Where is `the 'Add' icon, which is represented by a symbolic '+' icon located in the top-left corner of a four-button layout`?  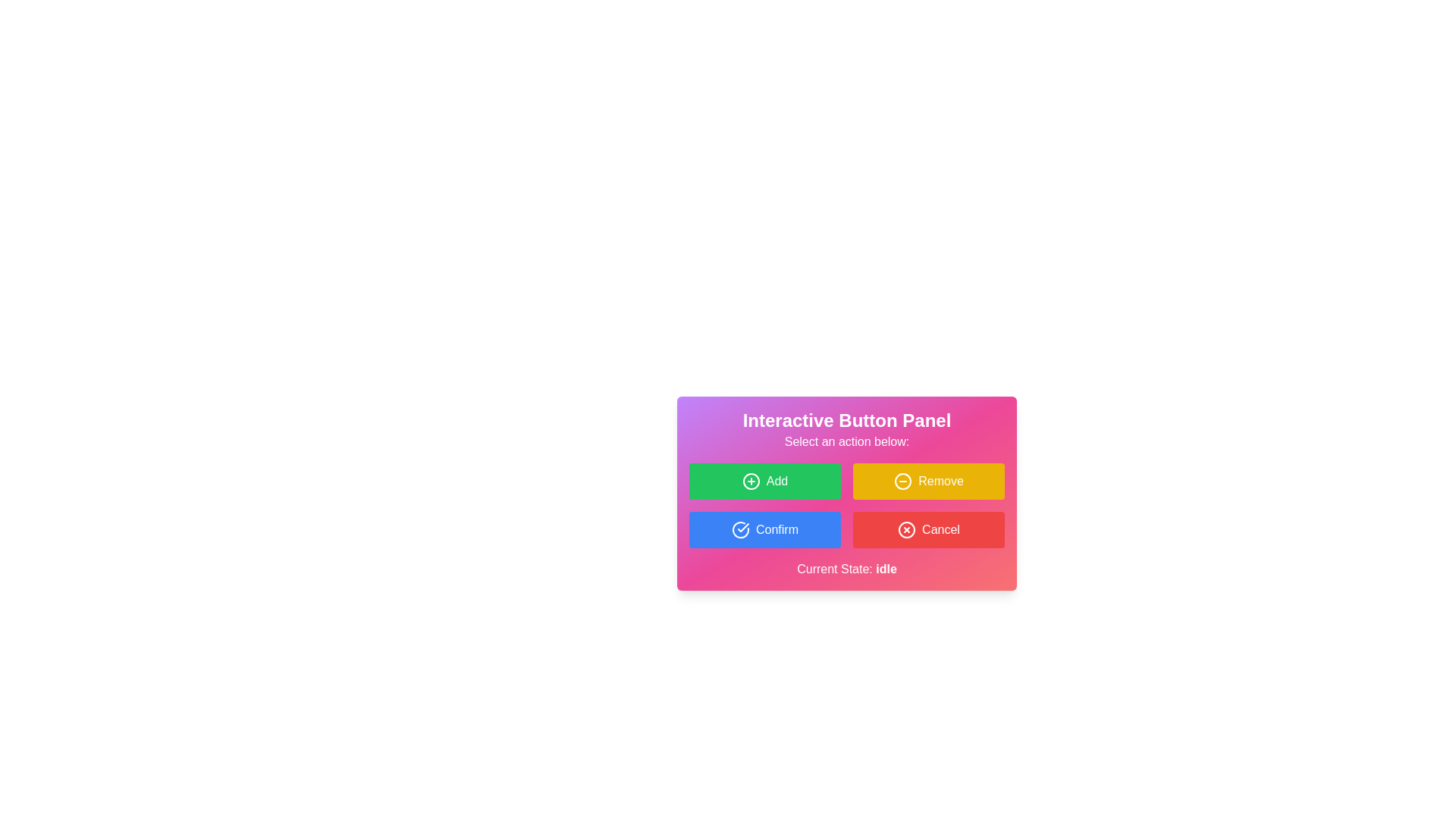
the 'Add' icon, which is represented by a symbolic '+' icon located in the top-left corner of a four-button layout is located at coordinates (751, 482).